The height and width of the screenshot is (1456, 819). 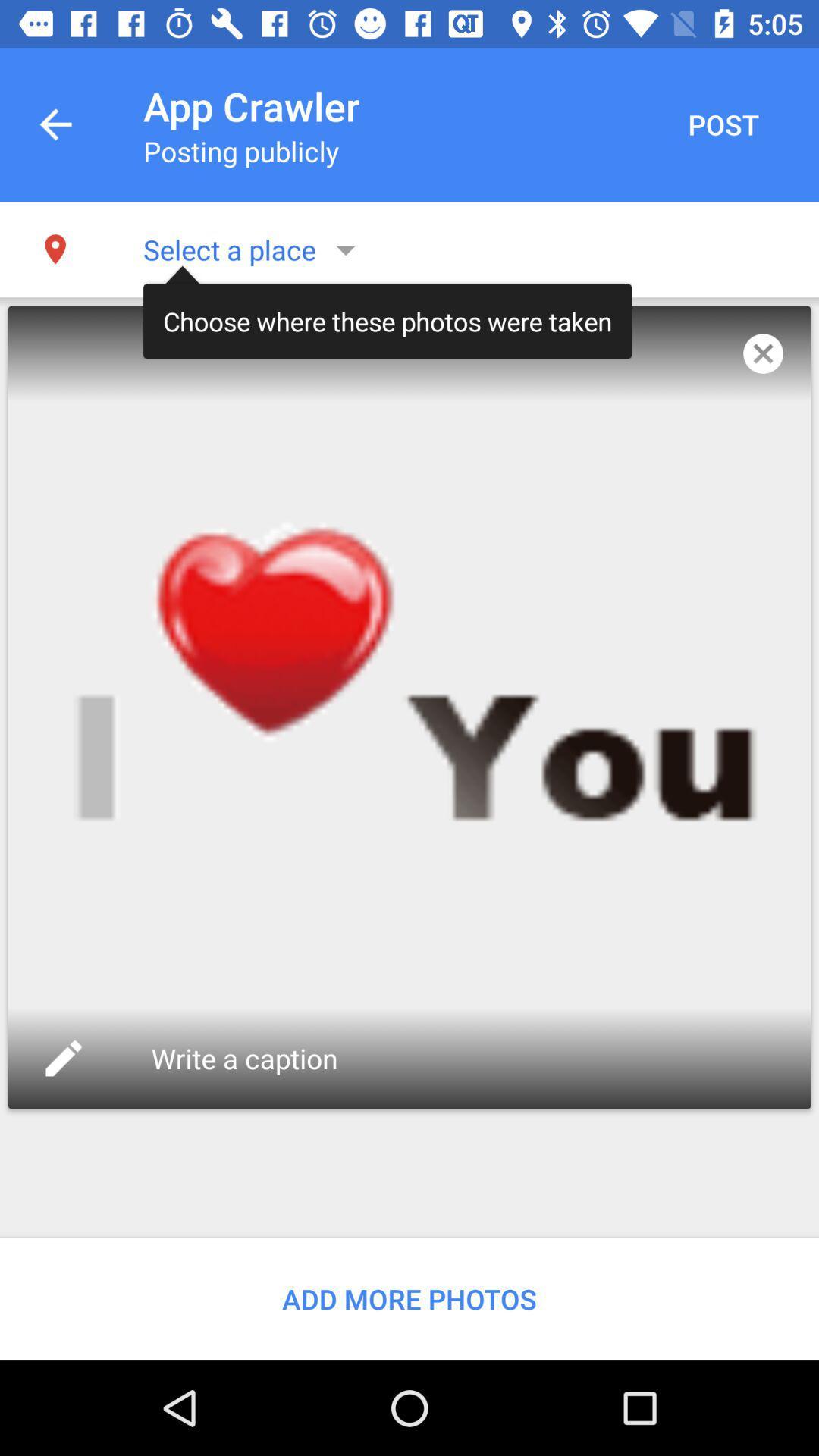 What do you see at coordinates (763, 353) in the screenshot?
I see `icon next to the choose where these icon` at bounding box center [763, 353].